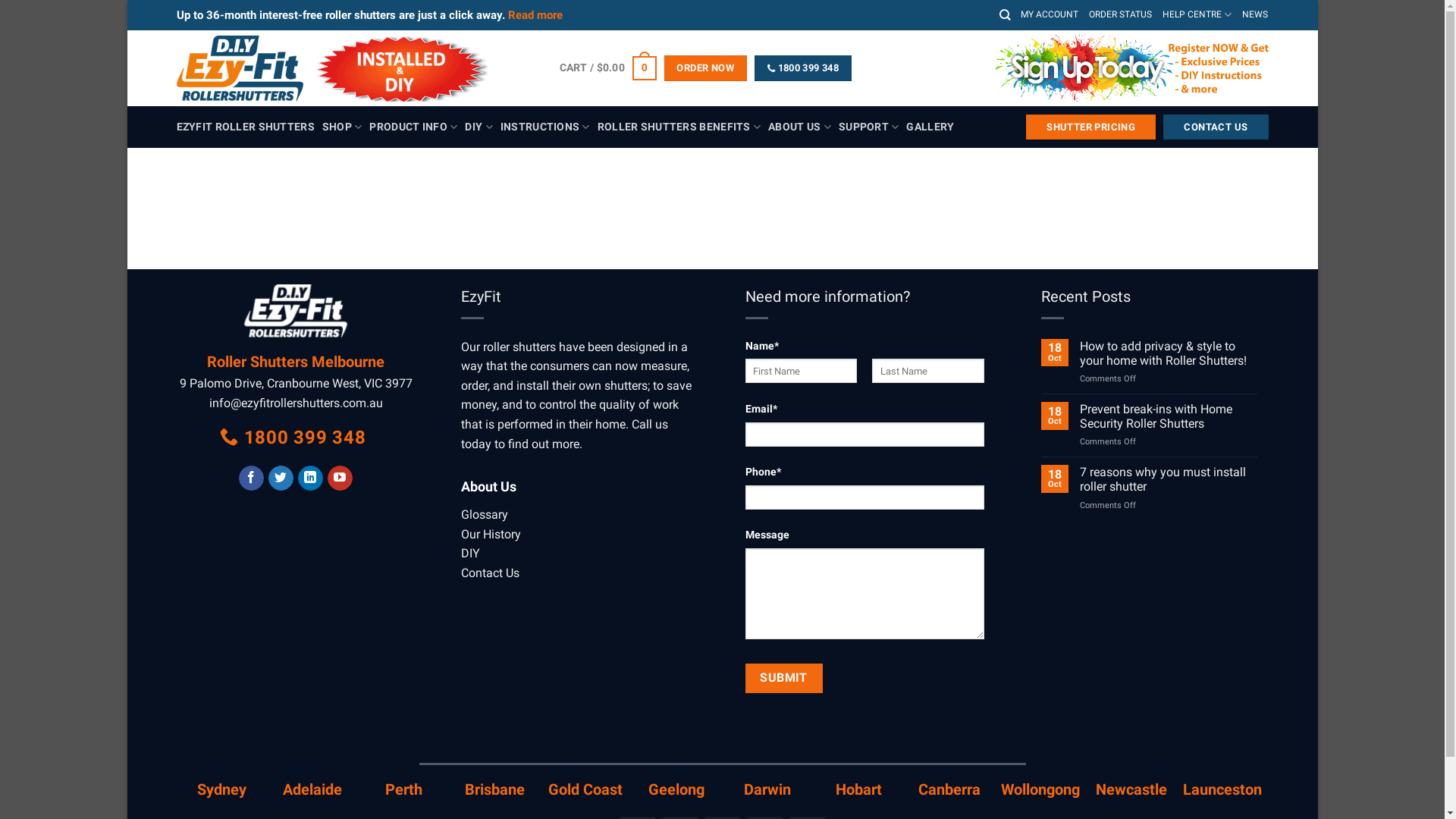  What do you see at coordinates (1001, 789) in the screenshot?
I see `'Wollongong'` at bounding box center [1001, 789].